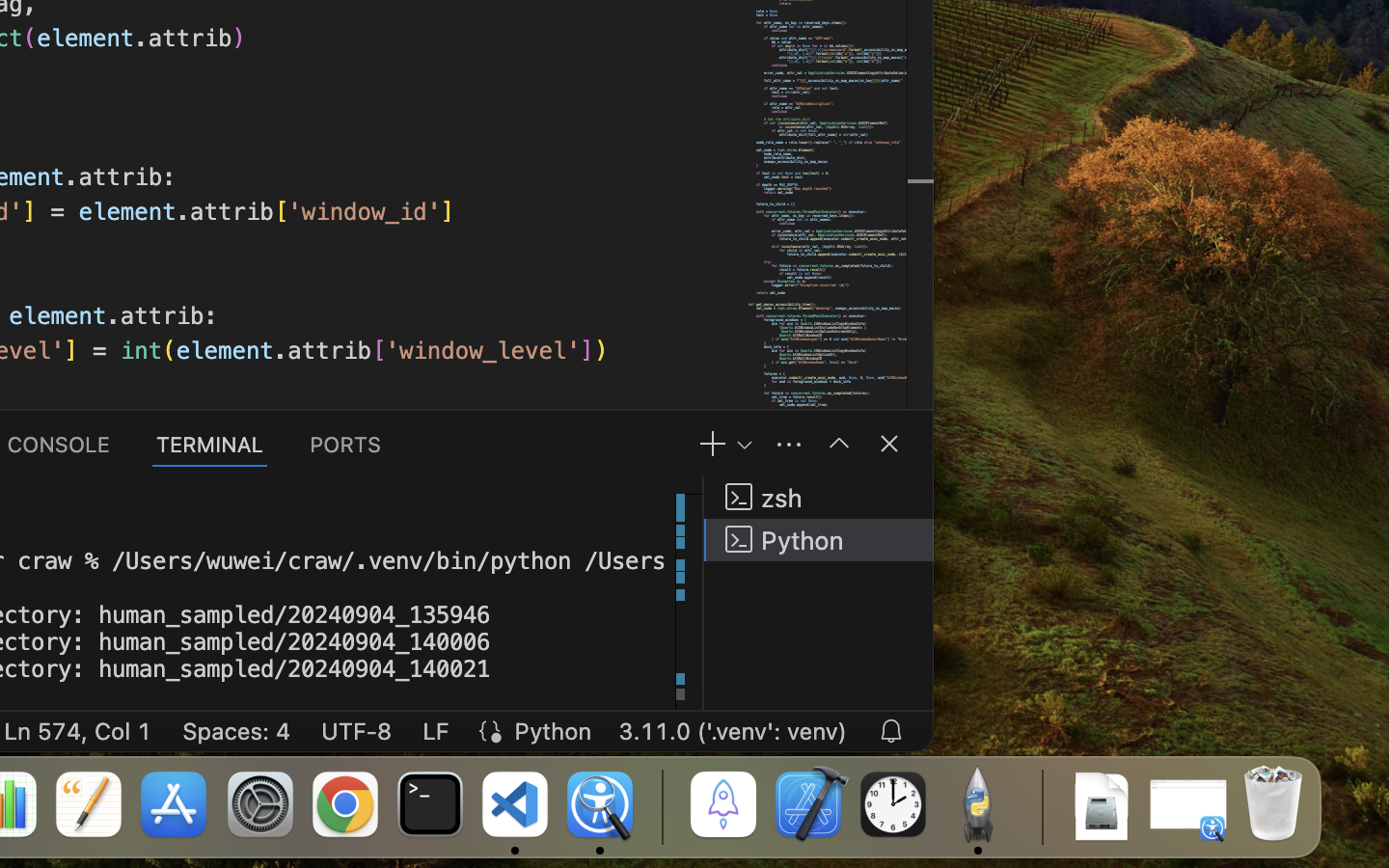  I want to click on '0.4285714328289032', so click(661, 805).